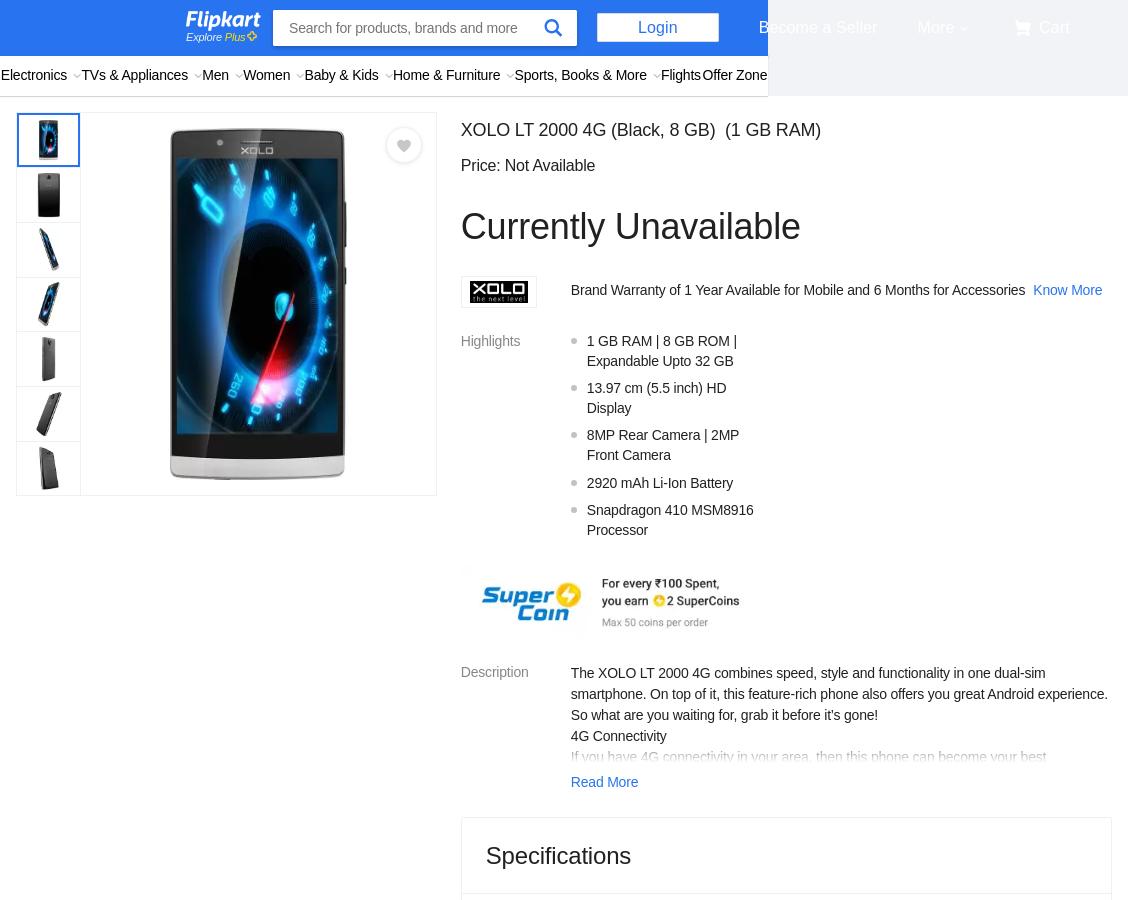 This screenshot has height=900, width=1128. Describe the element at coordinates (662, 444) in the screenshot. I see `'8MP Rear Camera | 2MP Front Camera'` at that location.